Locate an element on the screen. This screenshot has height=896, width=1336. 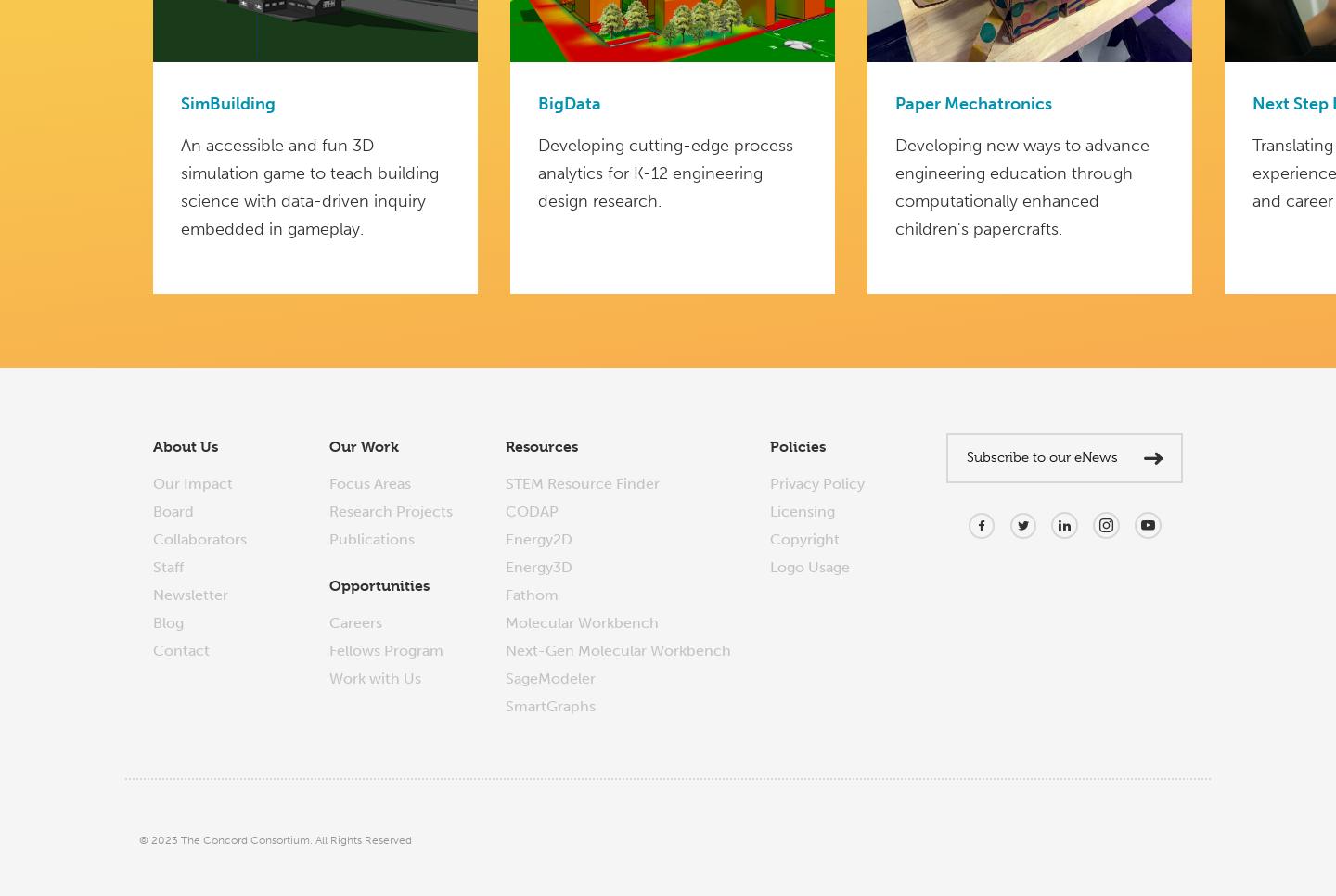
'Paper Mechatronics' is located at coordinates (893, 102).